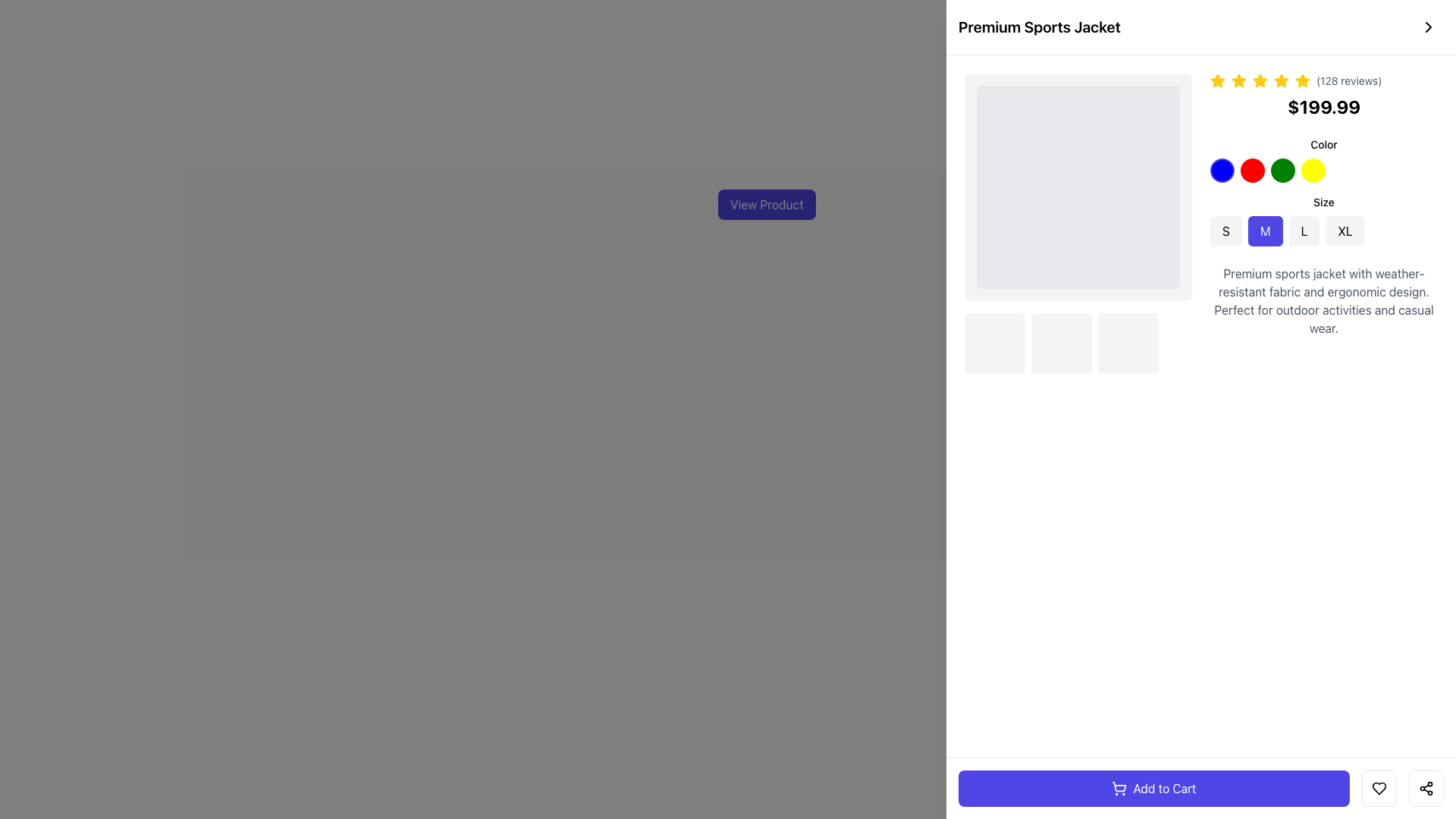  What do you see at coordinates (1302, 81) in the screenshot?
I see `the fifth yellow star icon in the rating system, which is located above the price '$199.99' and adjacent to '(128 reviews)'` at bounding box center [1302, 81].